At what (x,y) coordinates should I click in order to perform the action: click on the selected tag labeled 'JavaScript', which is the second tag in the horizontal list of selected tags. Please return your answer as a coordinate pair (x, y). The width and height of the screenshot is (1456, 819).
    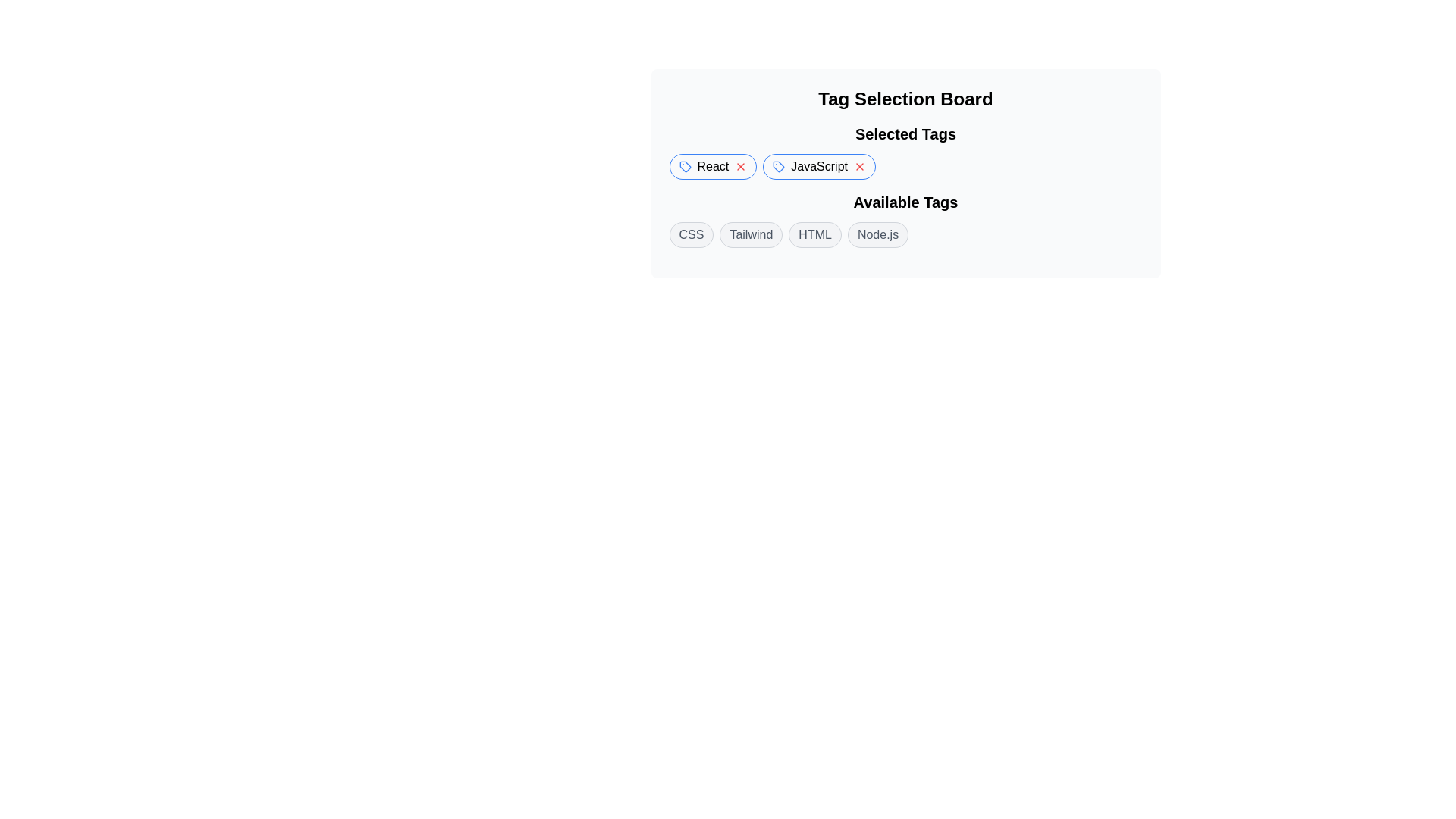
    Looking at the image, I should click on (818, 166).